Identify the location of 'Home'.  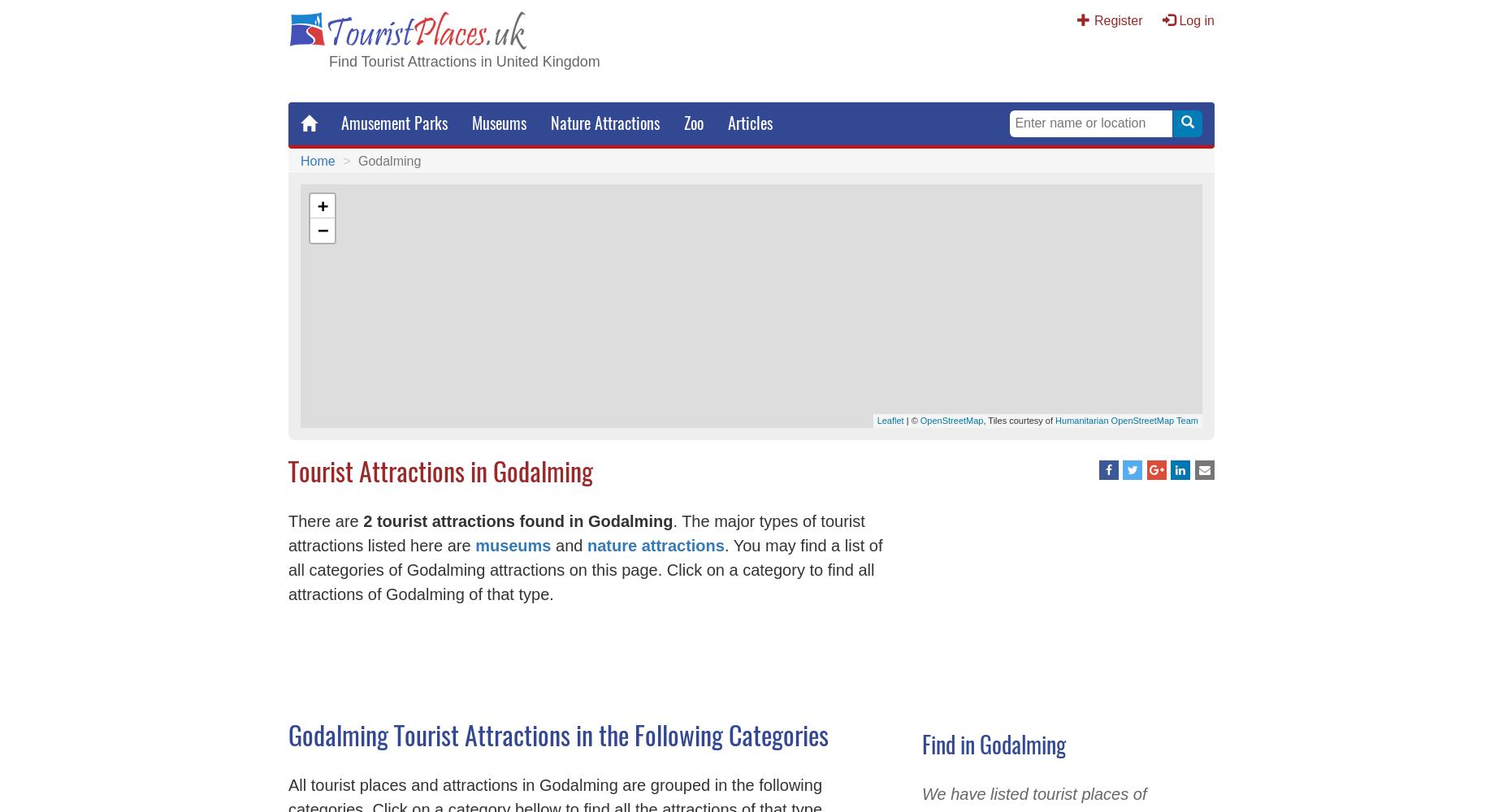
(317, 159).